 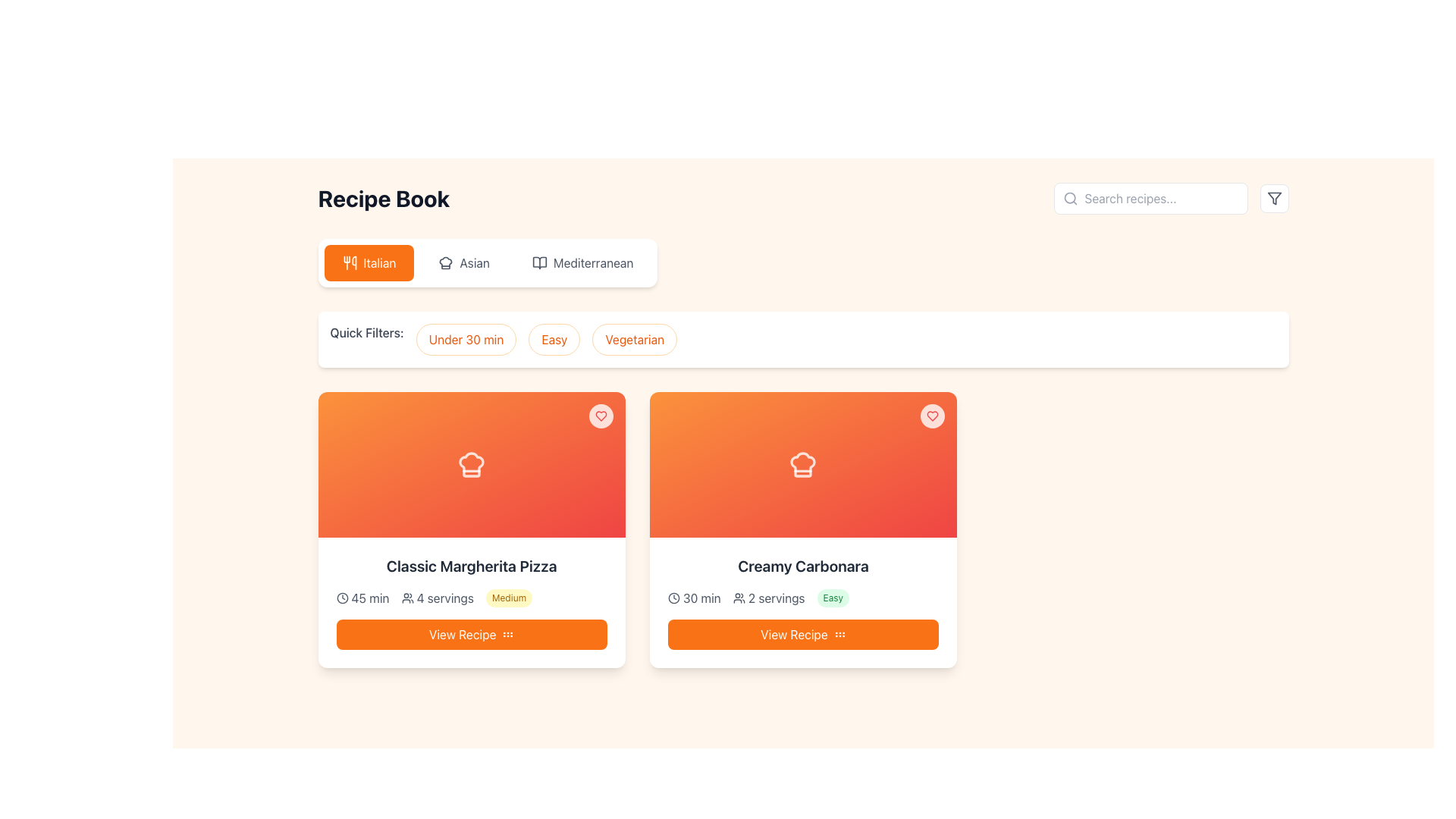 I want to click on the button at the bottom center of the 'Classic Margherita Pizza' recipe card to trigger a color change effect, so click(x=471, y=635).